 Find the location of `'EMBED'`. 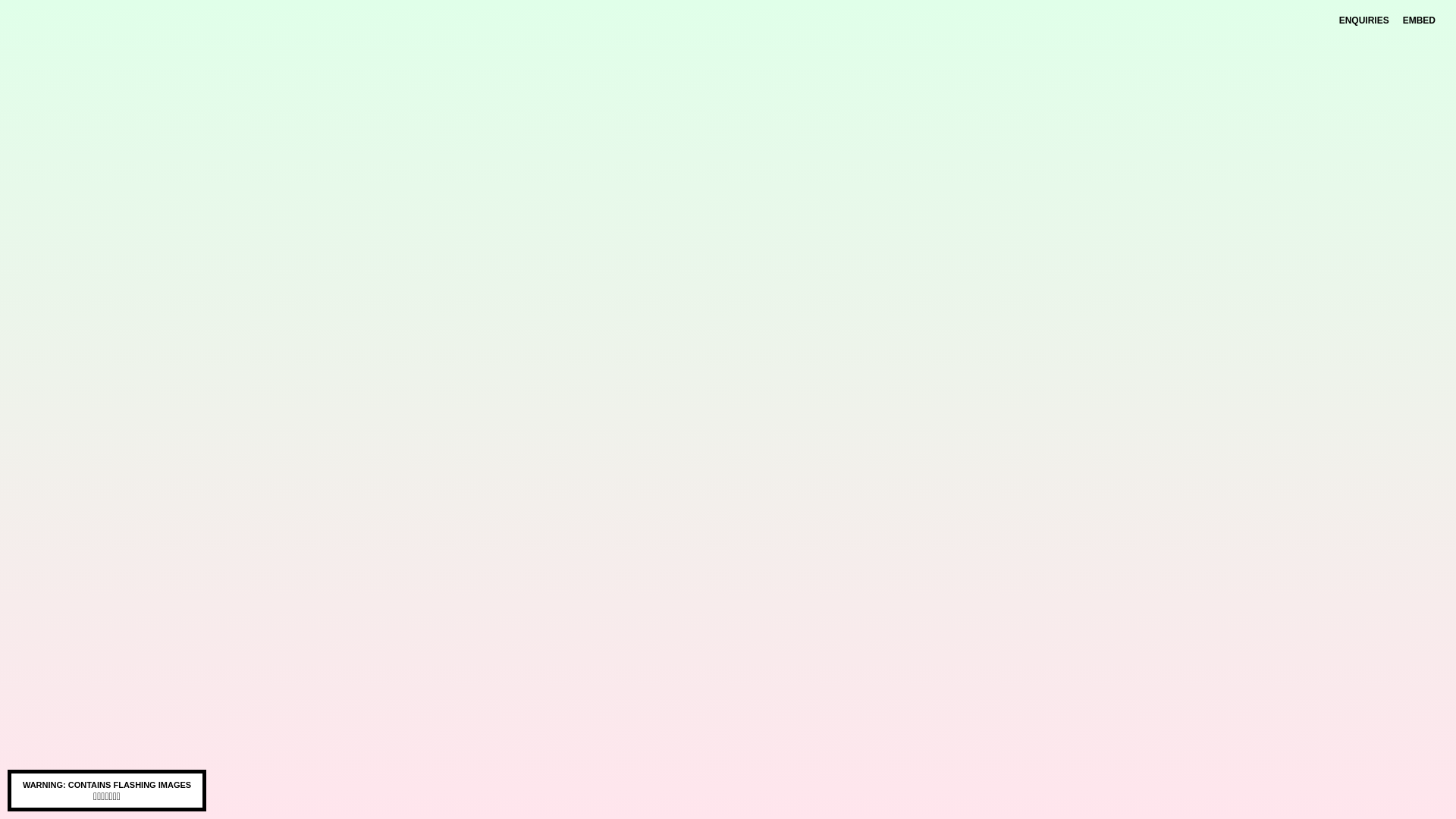

'EMBED' is located at coordinates (1418, 20).